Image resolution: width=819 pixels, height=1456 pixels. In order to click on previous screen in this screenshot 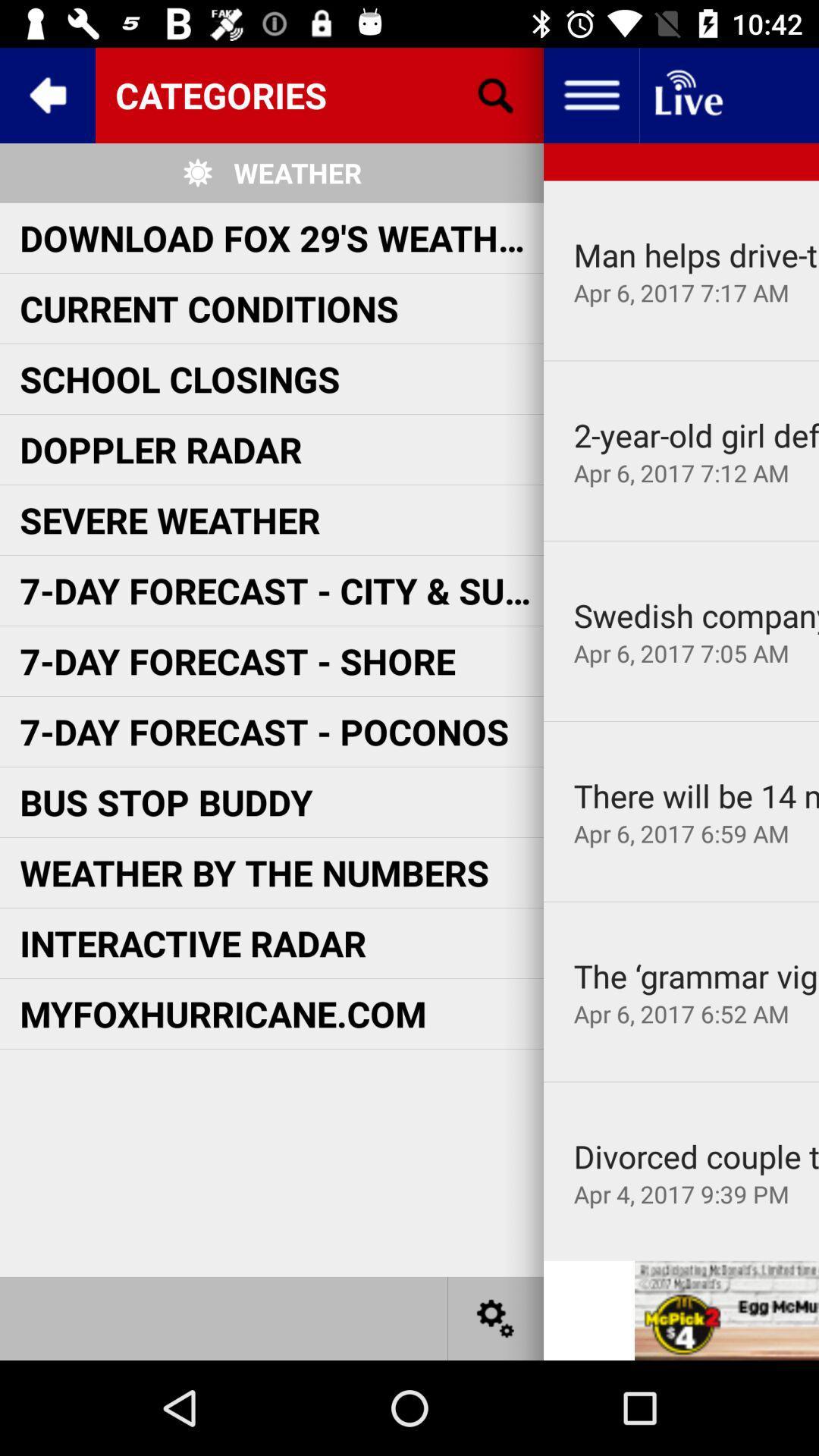, I will do `click(46, 94)`.